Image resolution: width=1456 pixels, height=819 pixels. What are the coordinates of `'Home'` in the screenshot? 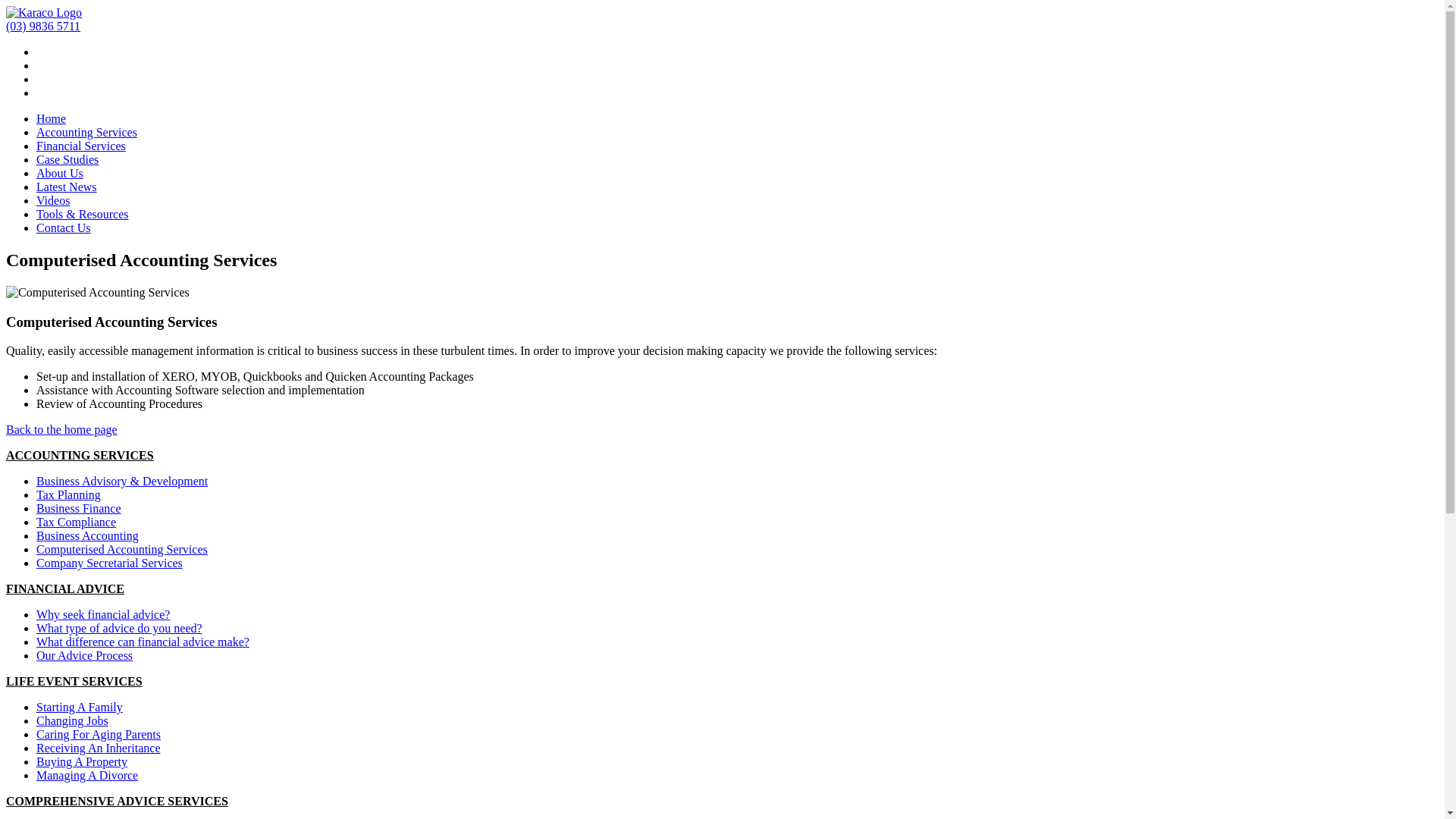 It's located at (36, 118).